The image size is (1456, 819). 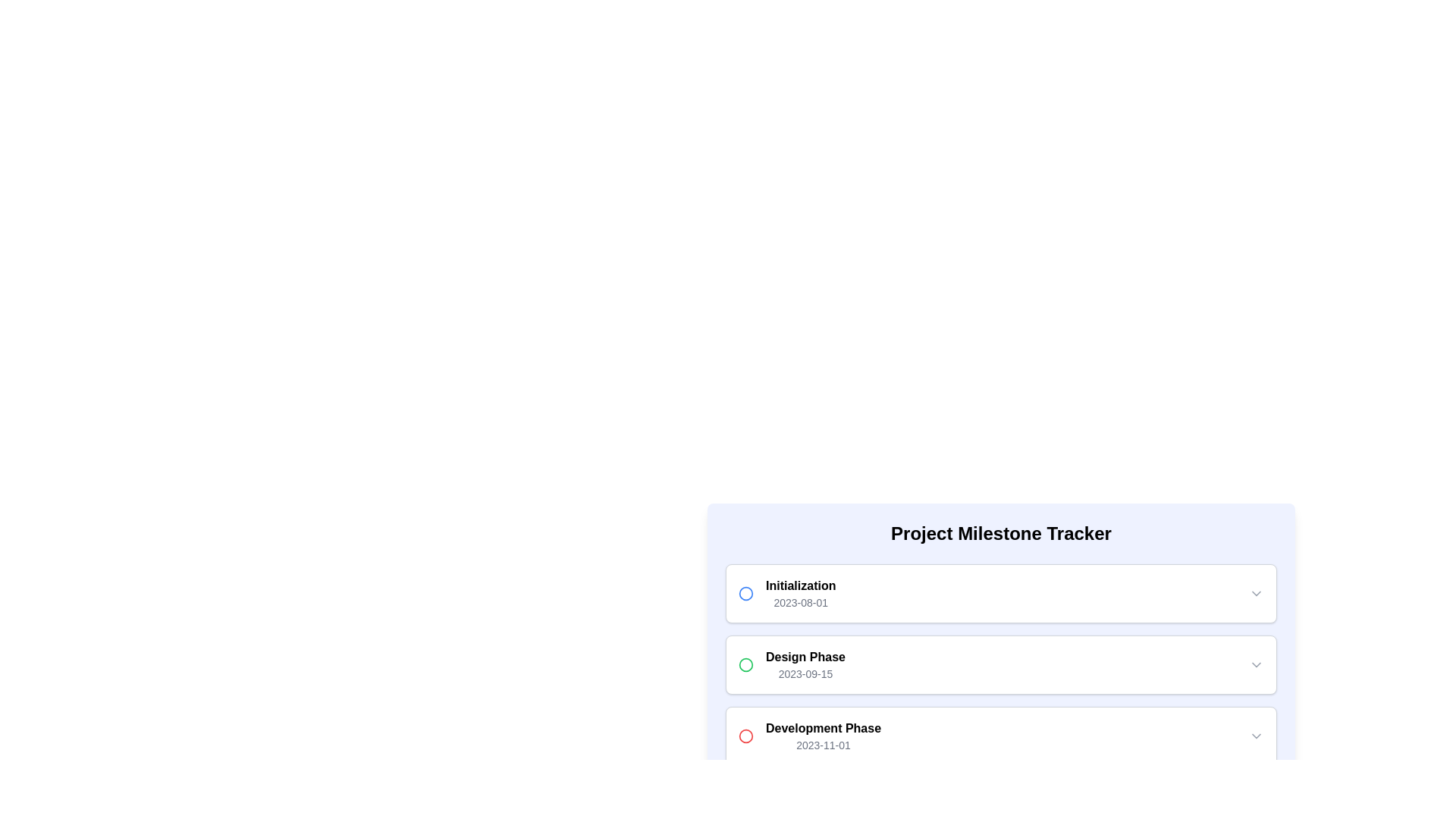 What do you see at coordinates (1001, 533) in the screenshot?
I see `the text header 'Project Milestone Tracker', which is styled with a bold, large font and centered alignment on a light blue background` at bounding box center [1001, 533].